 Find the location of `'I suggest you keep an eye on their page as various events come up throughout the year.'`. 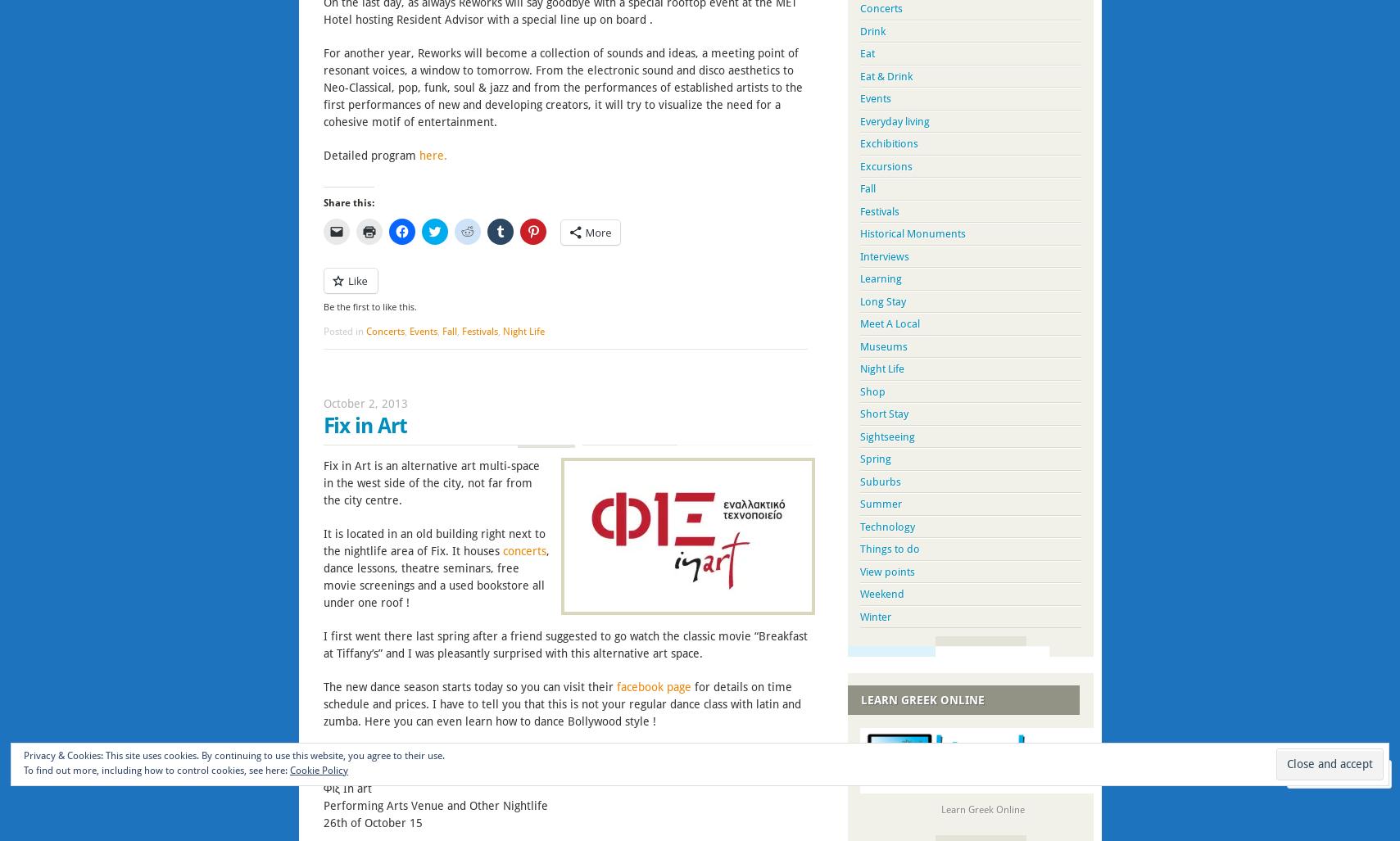

'I suggest you keep an eye on their page as various events come up throughout the year.' is located at coordinates (551, 754).